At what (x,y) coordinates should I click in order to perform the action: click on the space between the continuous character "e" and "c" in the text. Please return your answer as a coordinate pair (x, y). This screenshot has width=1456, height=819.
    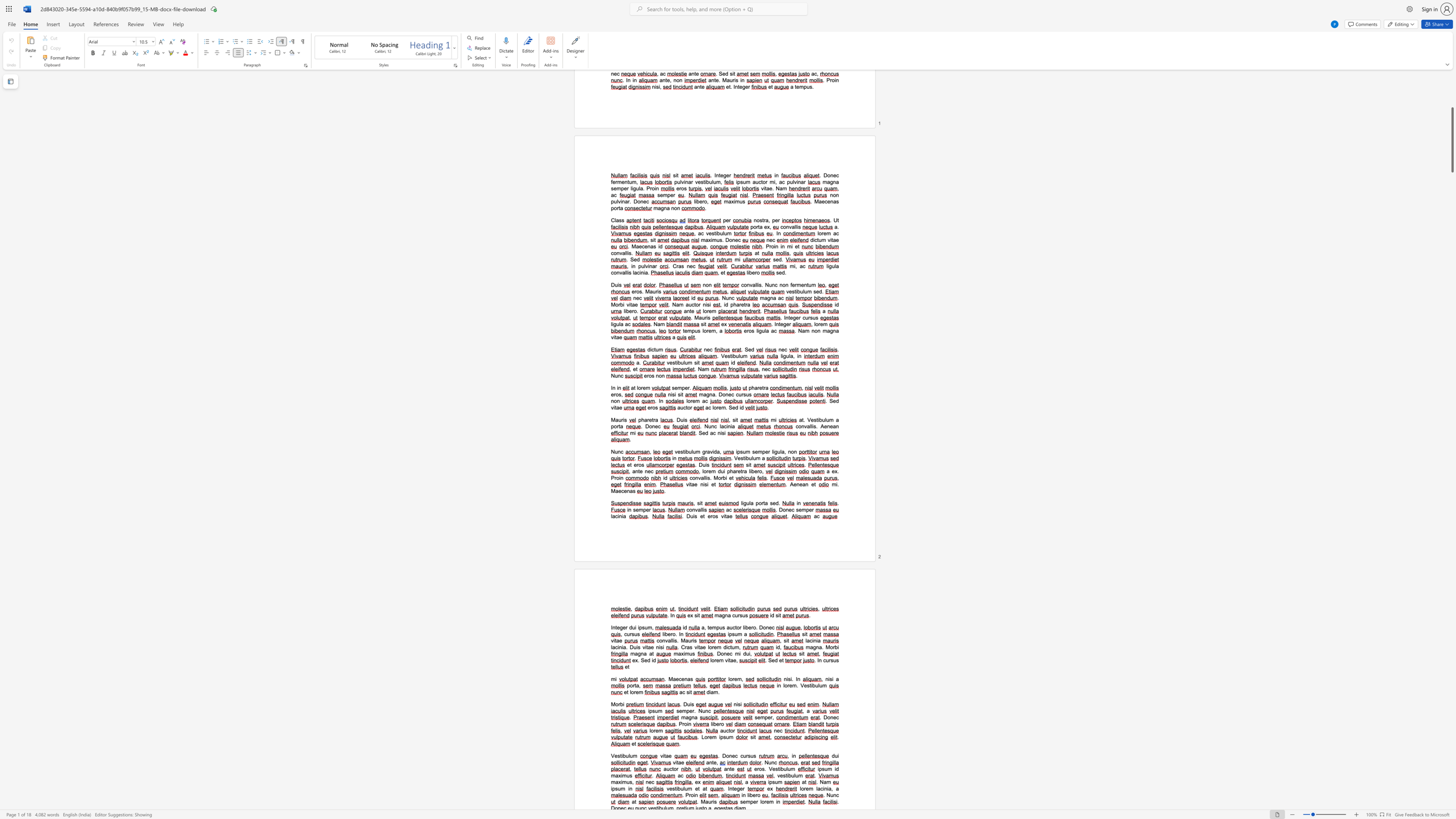
    Looking at the image, I should click on (735, 755).